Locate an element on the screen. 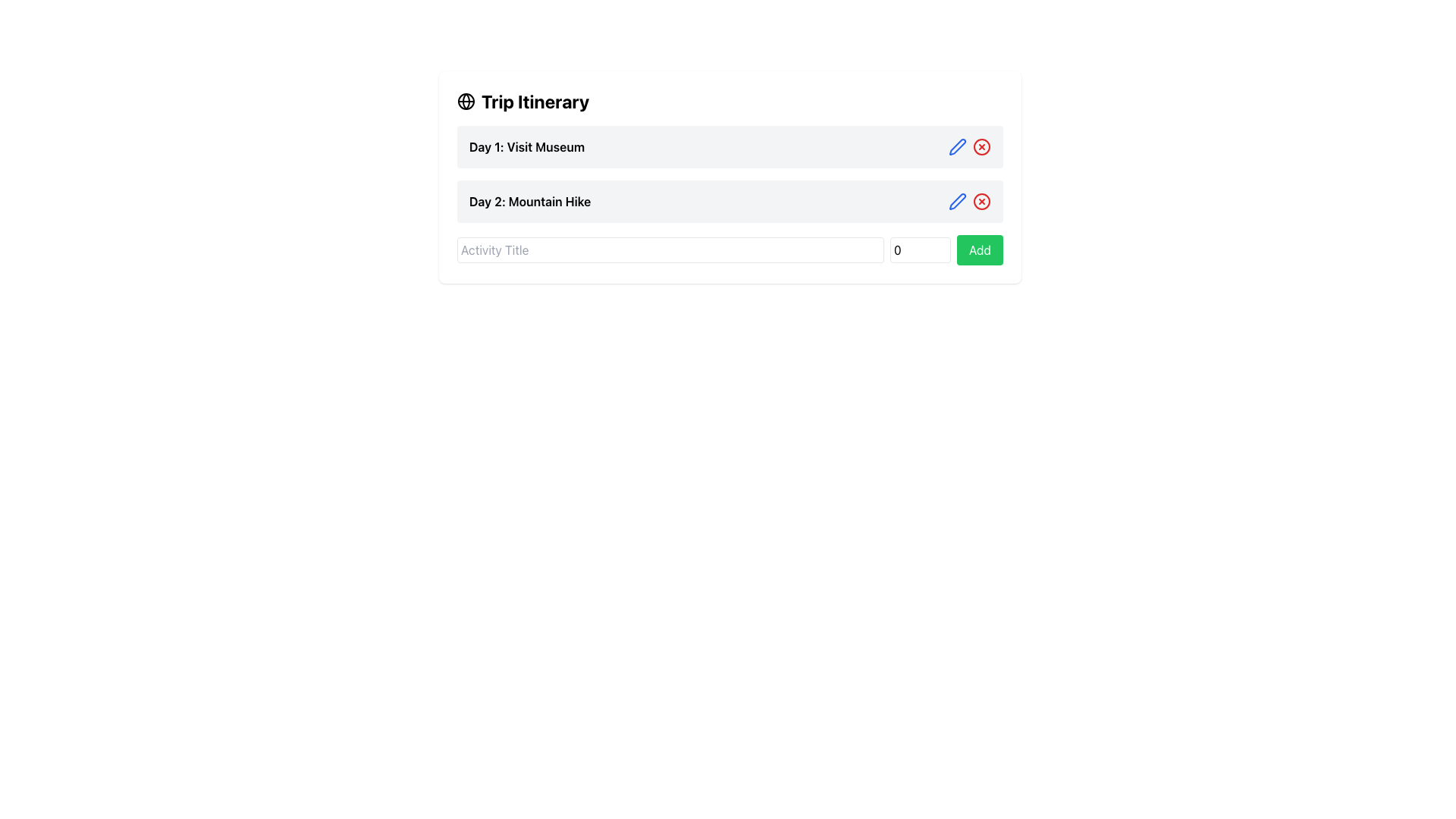 The width and height of the screenshot is (1456, 819). the delete button located at the top-right corner of the 'Day 1: Visit Museum' row is located at coordinates (982, 146).